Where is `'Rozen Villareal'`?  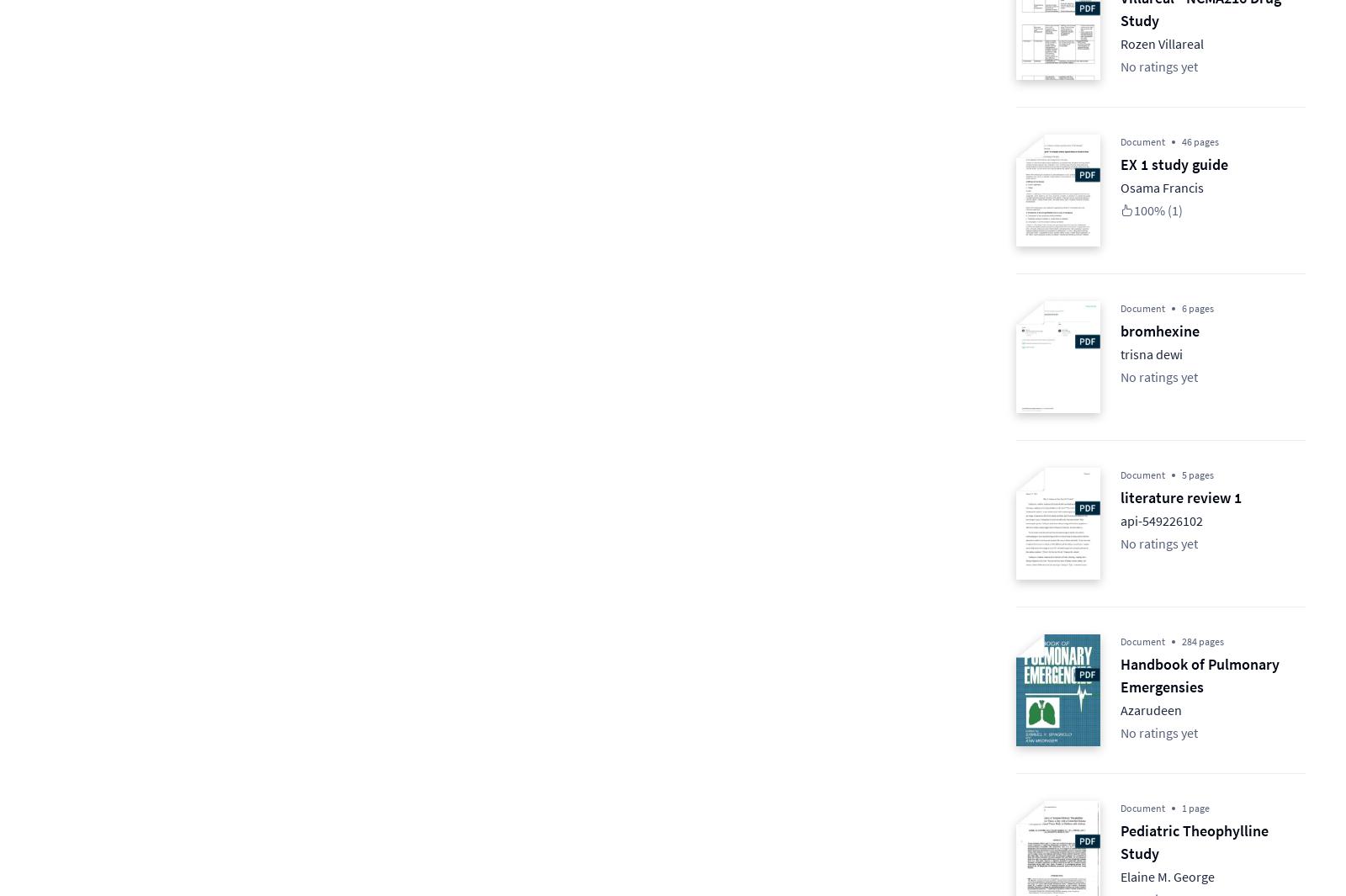
'Rozen Villareal' is located at coordinates (1161, 42).